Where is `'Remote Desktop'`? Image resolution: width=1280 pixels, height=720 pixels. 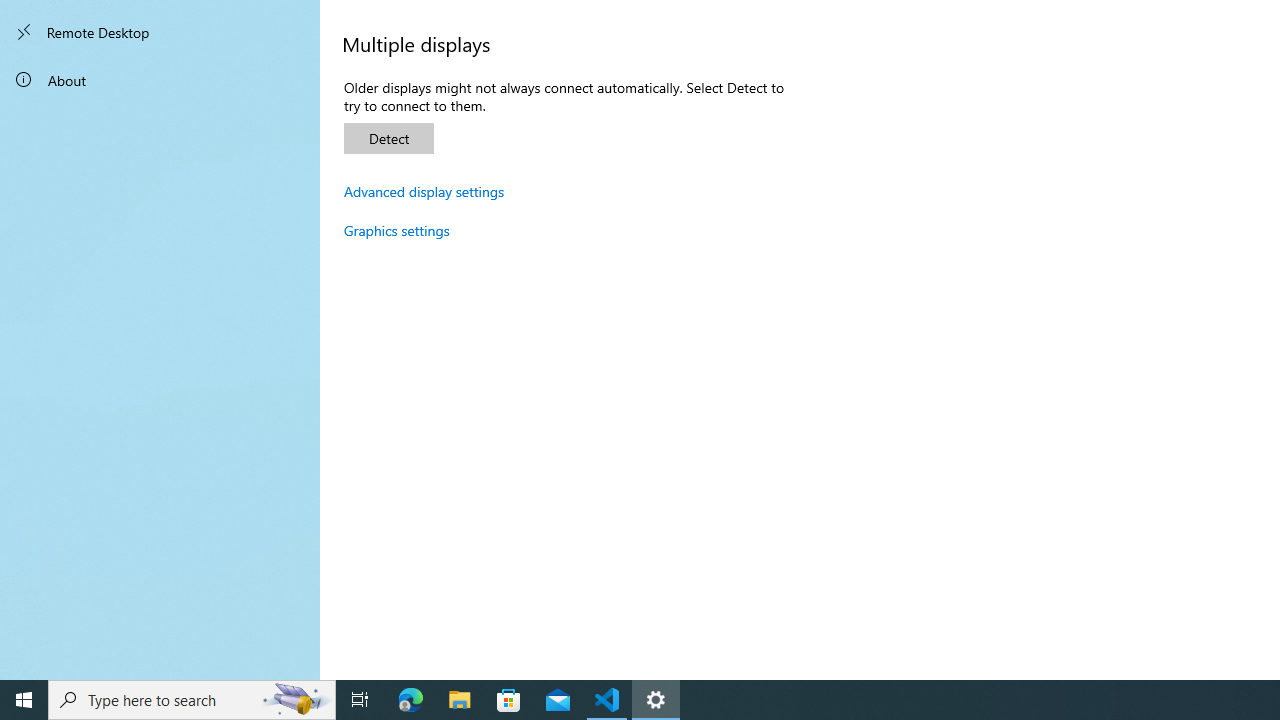 'Remote Desktop' is located at coordinates (160, 32).